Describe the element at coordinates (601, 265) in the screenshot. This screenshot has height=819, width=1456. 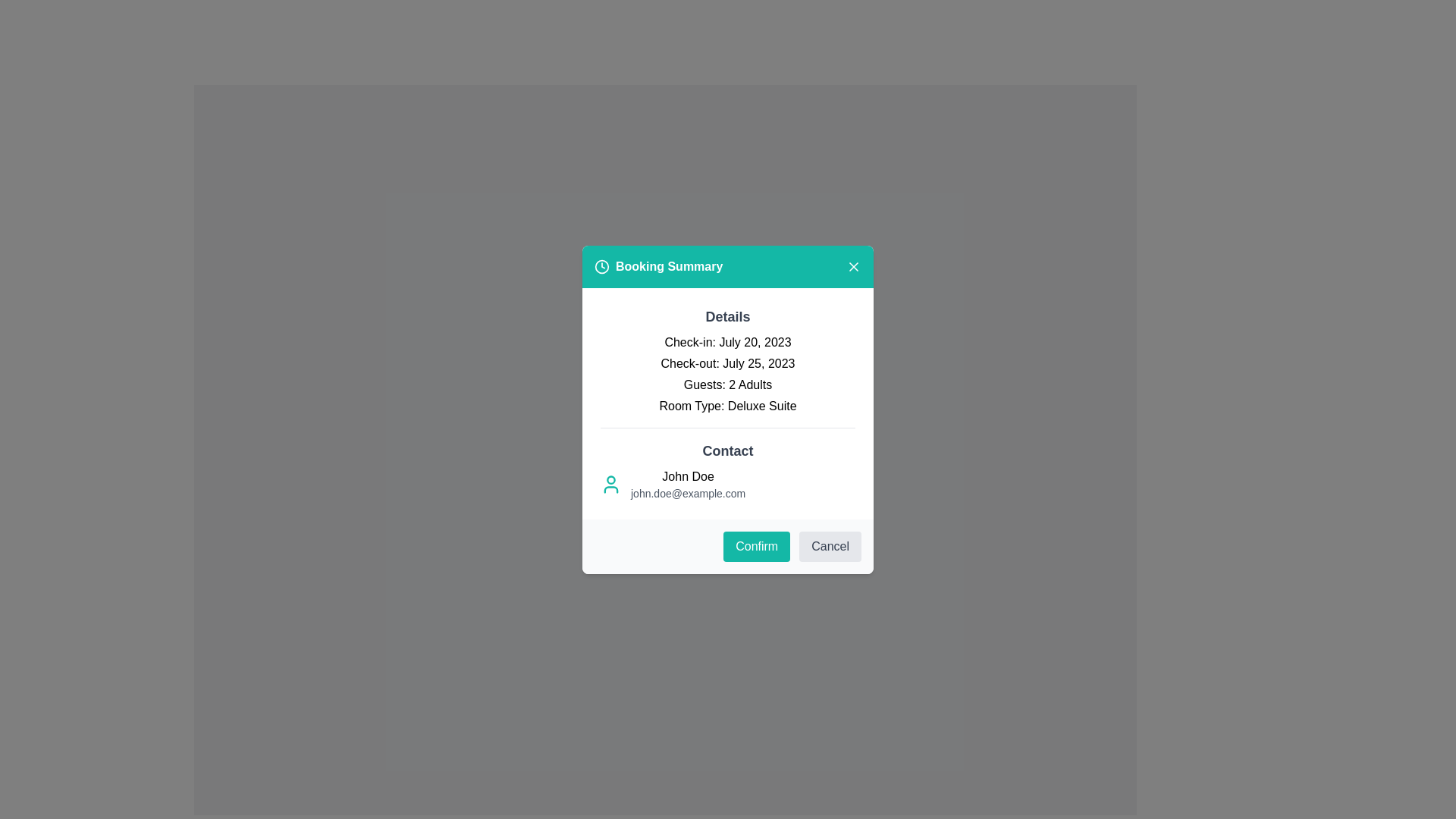
I see `the circular border of the clock icon in the 'Booking Summary' modal window, positioned on the far left of the header bar` at that location.